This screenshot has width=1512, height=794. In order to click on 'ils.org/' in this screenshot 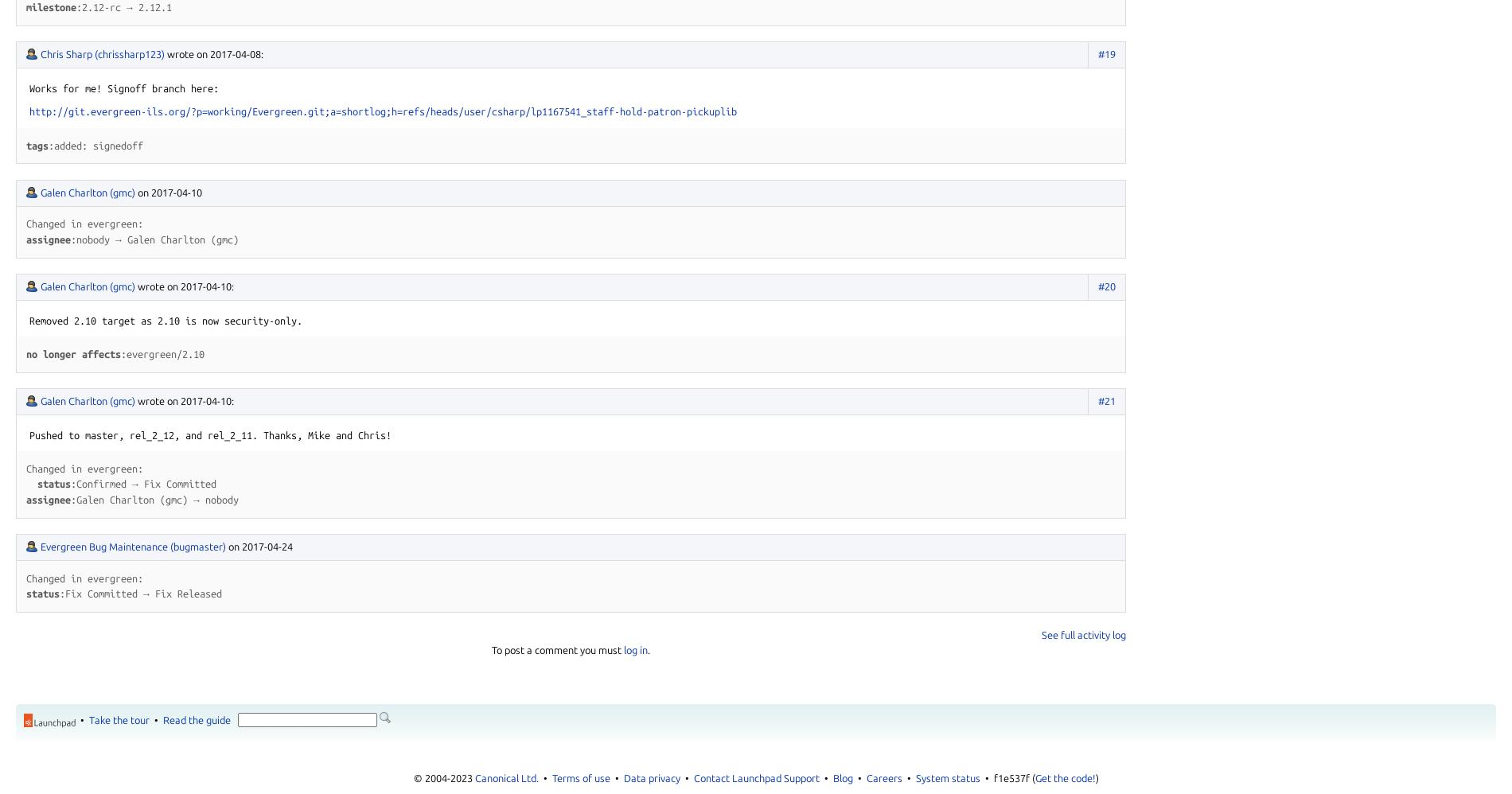, I will do `click(146, 111)`.